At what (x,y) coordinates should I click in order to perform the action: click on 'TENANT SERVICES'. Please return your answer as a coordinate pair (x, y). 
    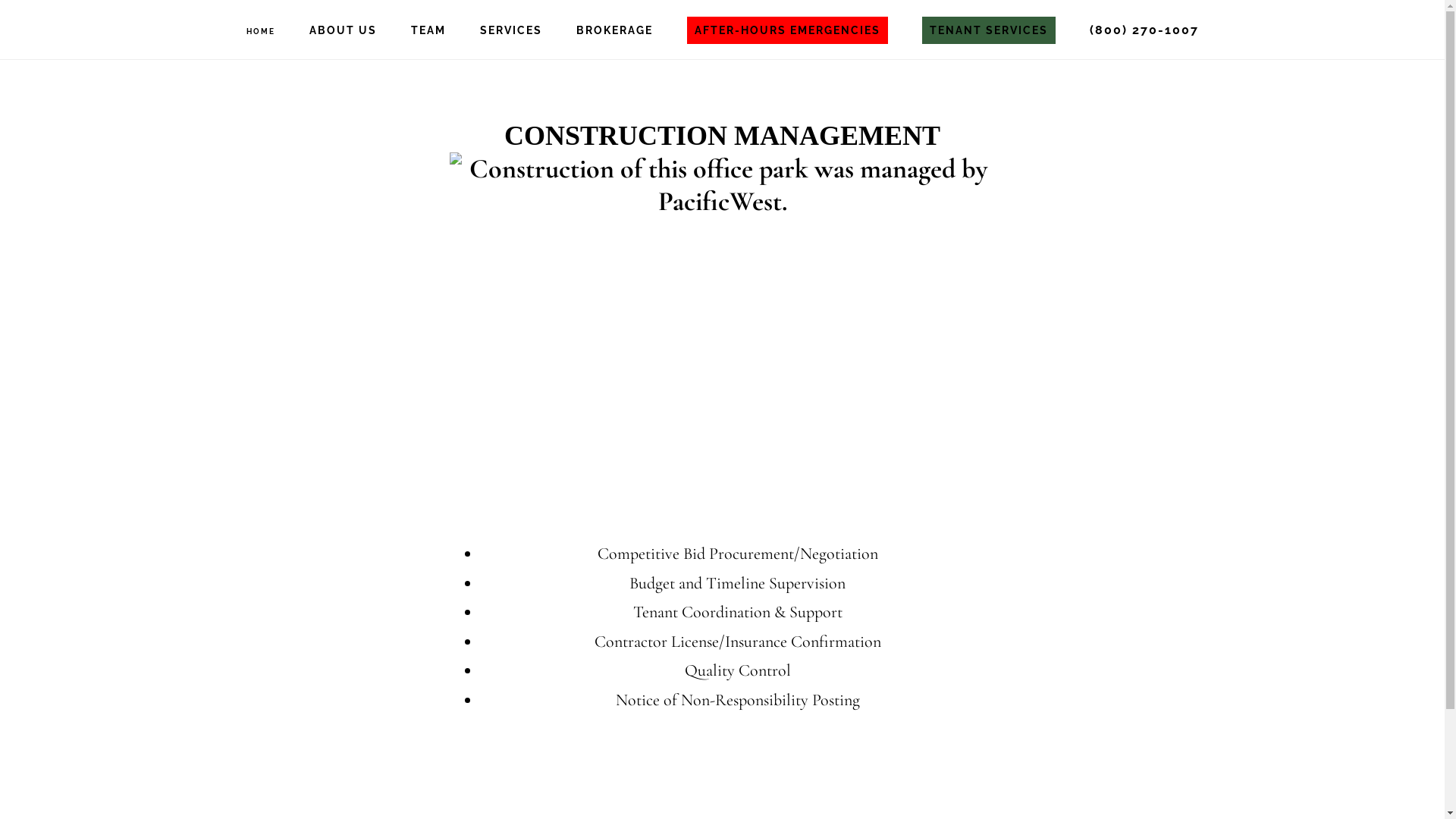
    Looking at the image, I should click on (989, 30).